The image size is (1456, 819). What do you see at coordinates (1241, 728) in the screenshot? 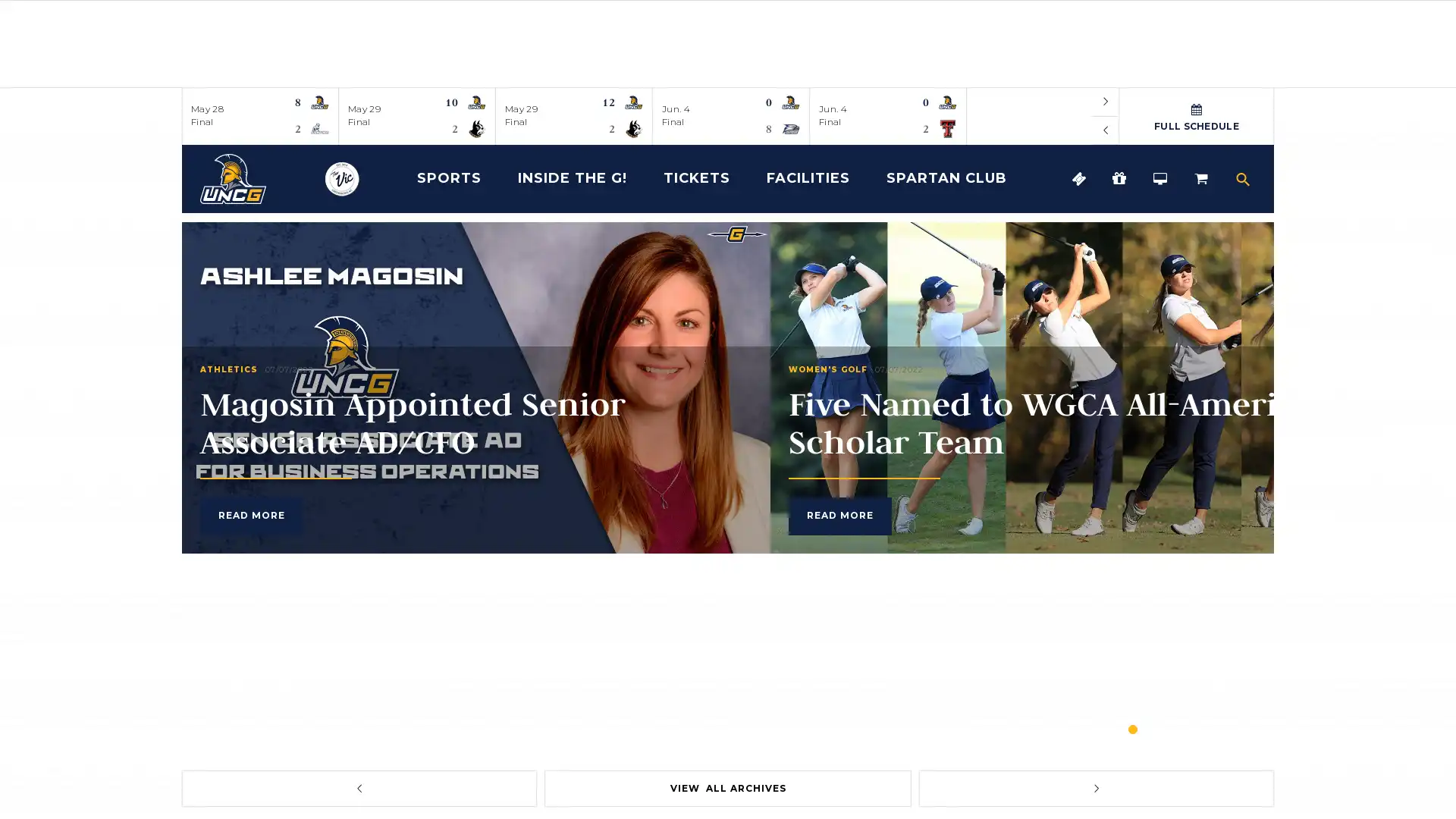
I see `Navigate to slide 5` at bounding box center [1241, 728].